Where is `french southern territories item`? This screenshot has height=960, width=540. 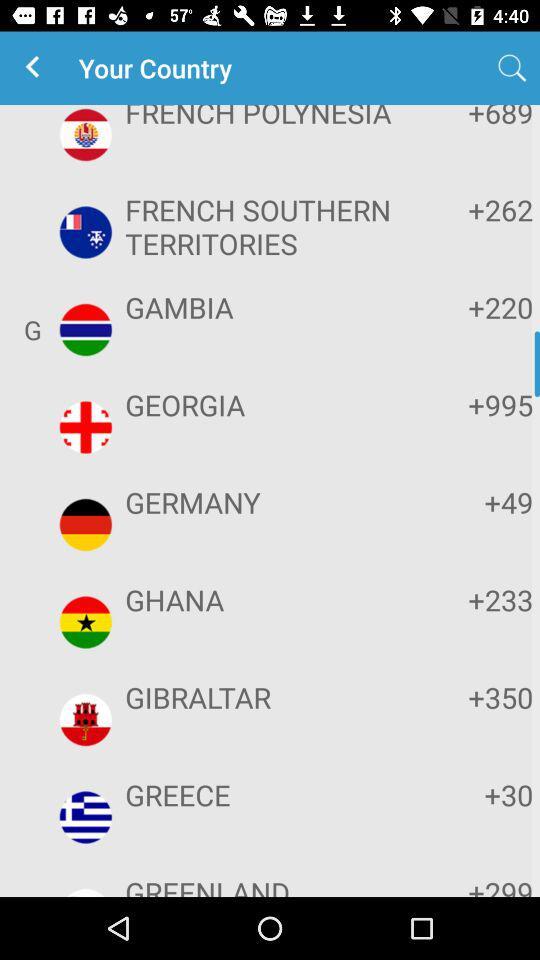
french southern territories item is located at coordinates (267, 226).